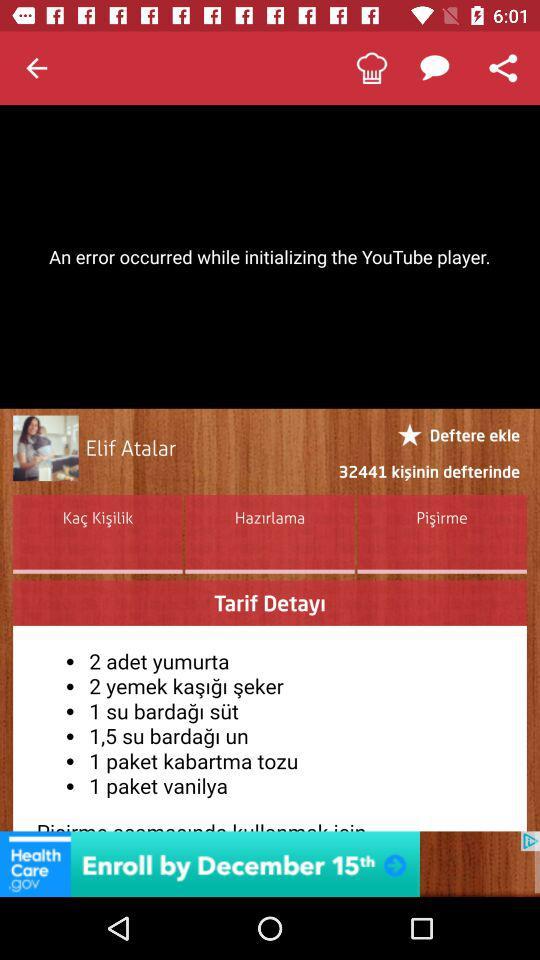 Image resolution: width=540 pixels, height=960 pixels. What do you see at coordinates (270, 863) in the screenshot?
I see `open advertisement` at bounding box center [270, 863].